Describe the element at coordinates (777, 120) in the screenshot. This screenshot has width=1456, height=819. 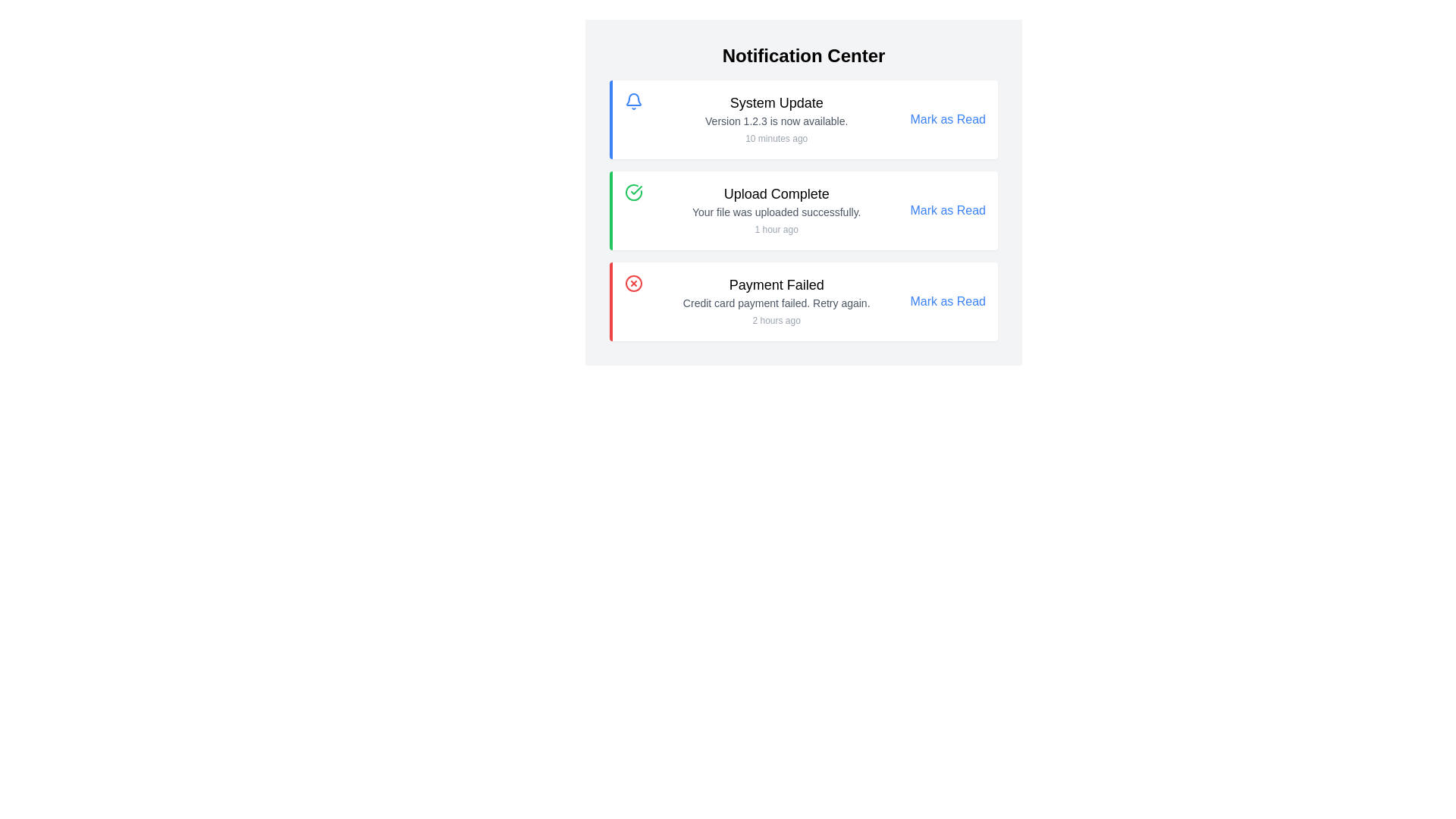
I see `the static text display that shows the notification message 'Version 1.2.3 is now available.' located below the title 'System Update' and above the timestamp '10 minutes ago'` at that location.